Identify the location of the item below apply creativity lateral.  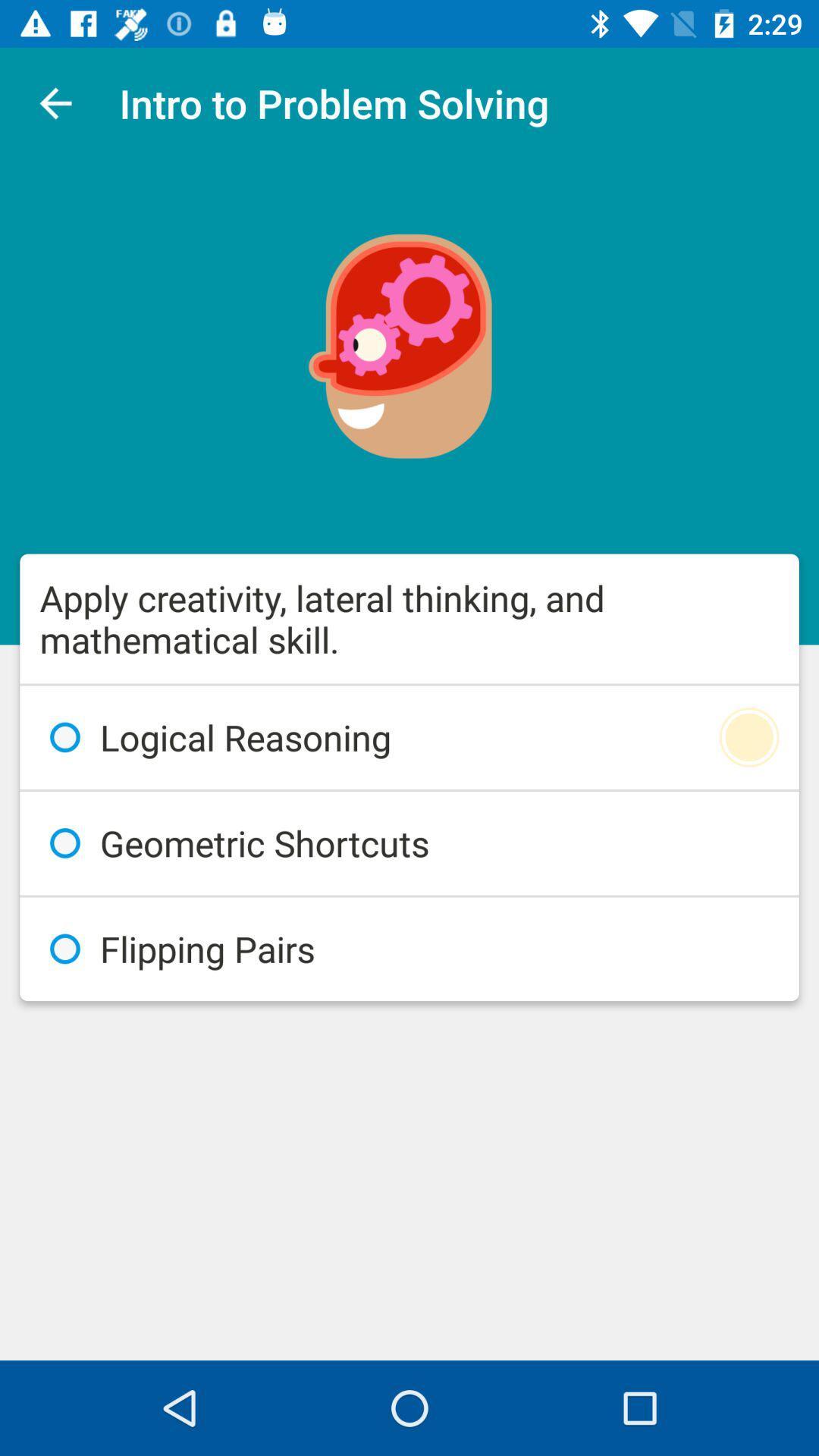
(409, 737).